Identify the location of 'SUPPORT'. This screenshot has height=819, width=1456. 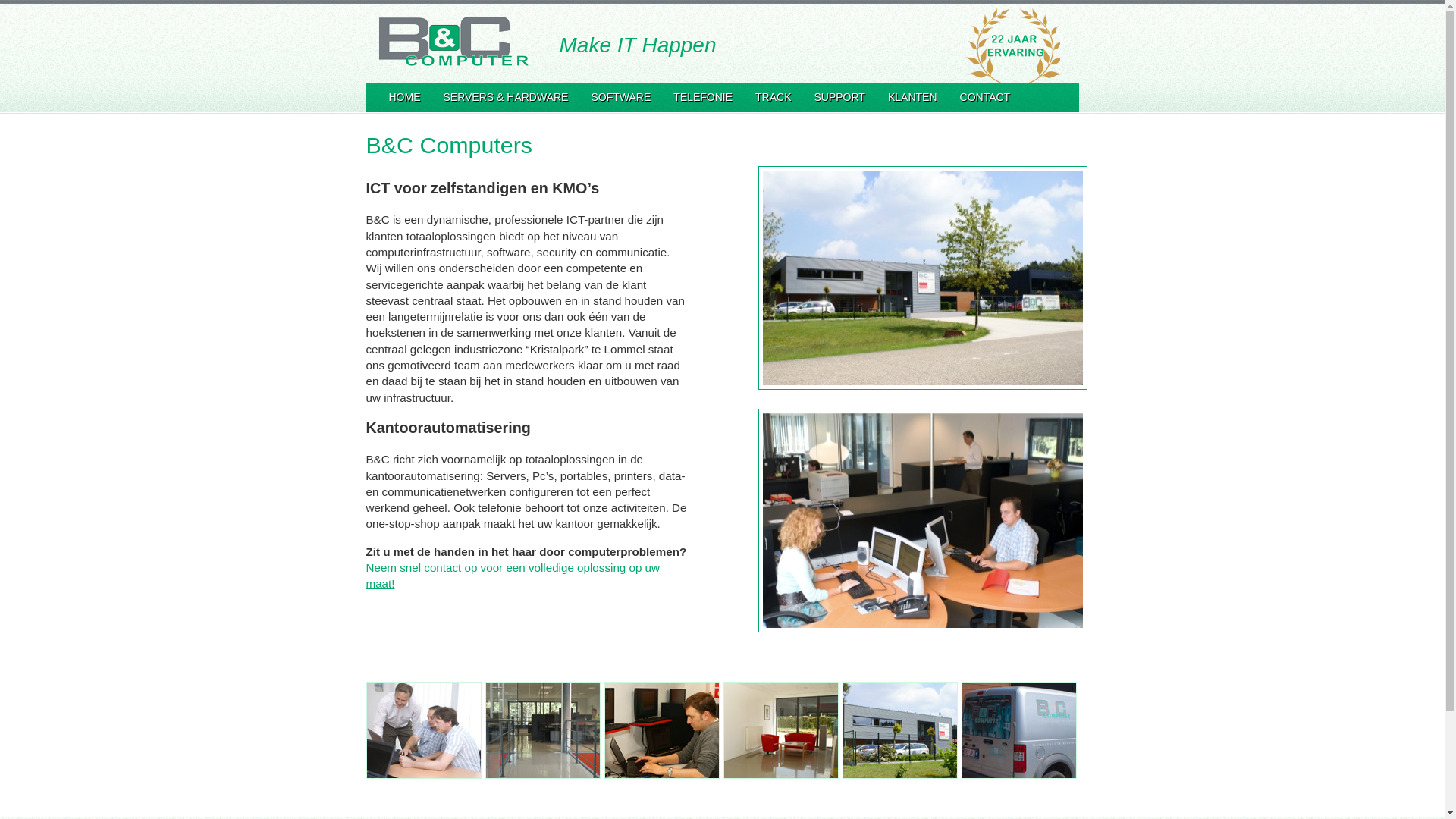
(838, 97).